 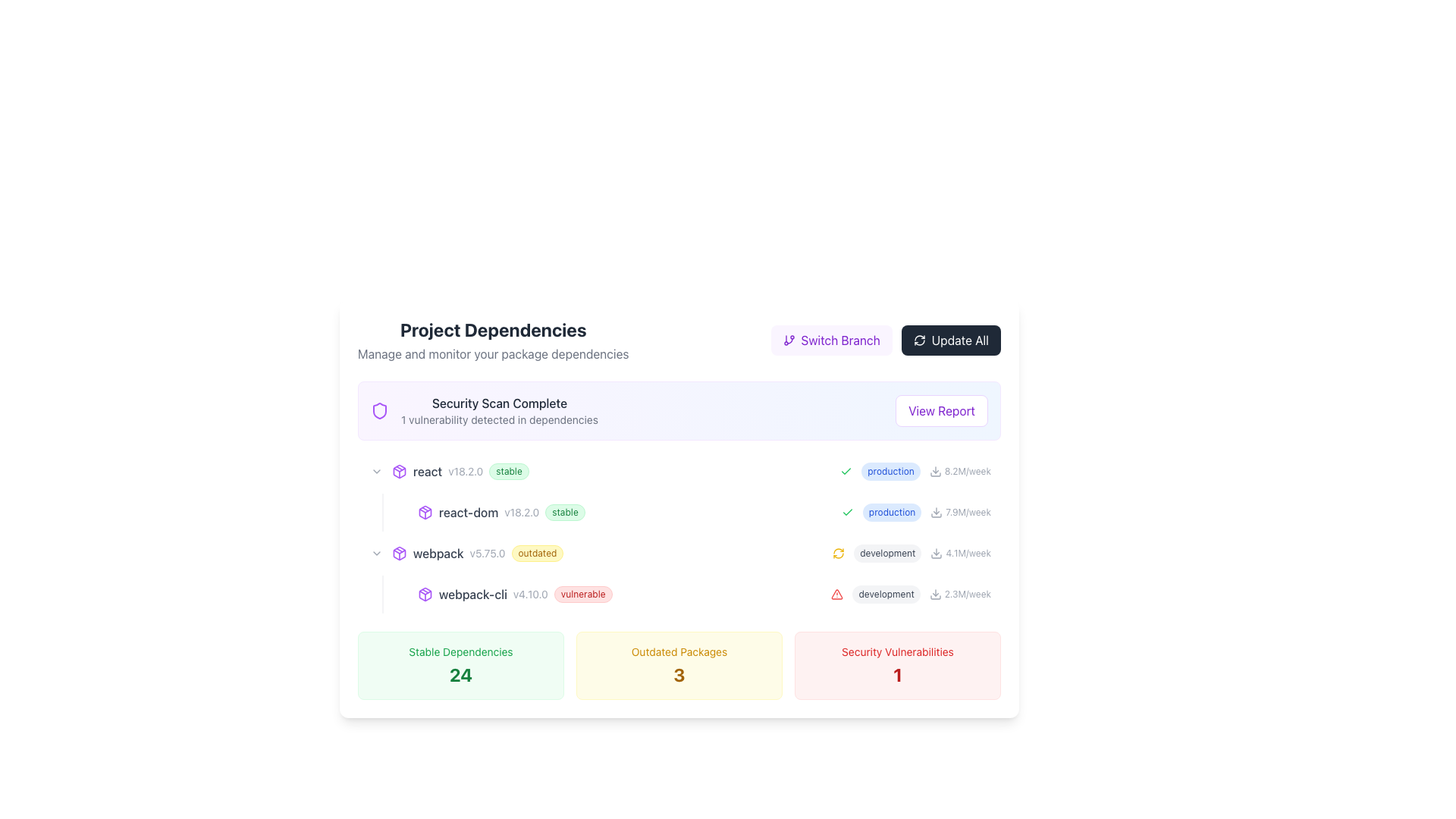 What do you see at coordinates (959, 339) in the screenshot?
I see `the 'Update All' text label displayed in white on a dark background located at the far right corner of the top bar` at bounding box center [959, 339].